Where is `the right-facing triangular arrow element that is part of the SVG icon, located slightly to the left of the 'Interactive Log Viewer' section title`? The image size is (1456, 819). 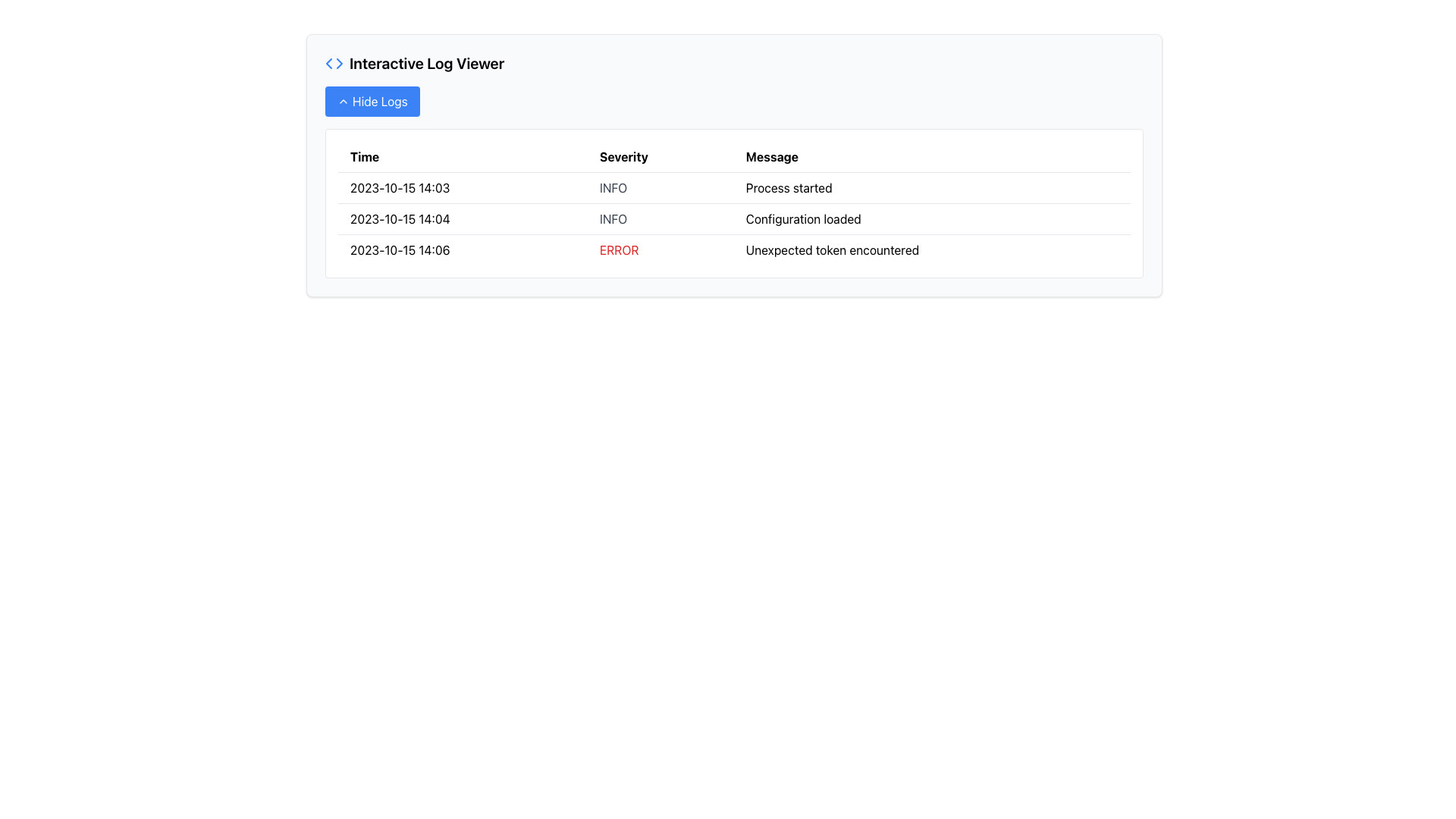 the right-facing triangular arrow element that is part of the SVG icon, located slightly to the left of the 'Interactive Log Viewer' section title is located at coordinates (338, 63).